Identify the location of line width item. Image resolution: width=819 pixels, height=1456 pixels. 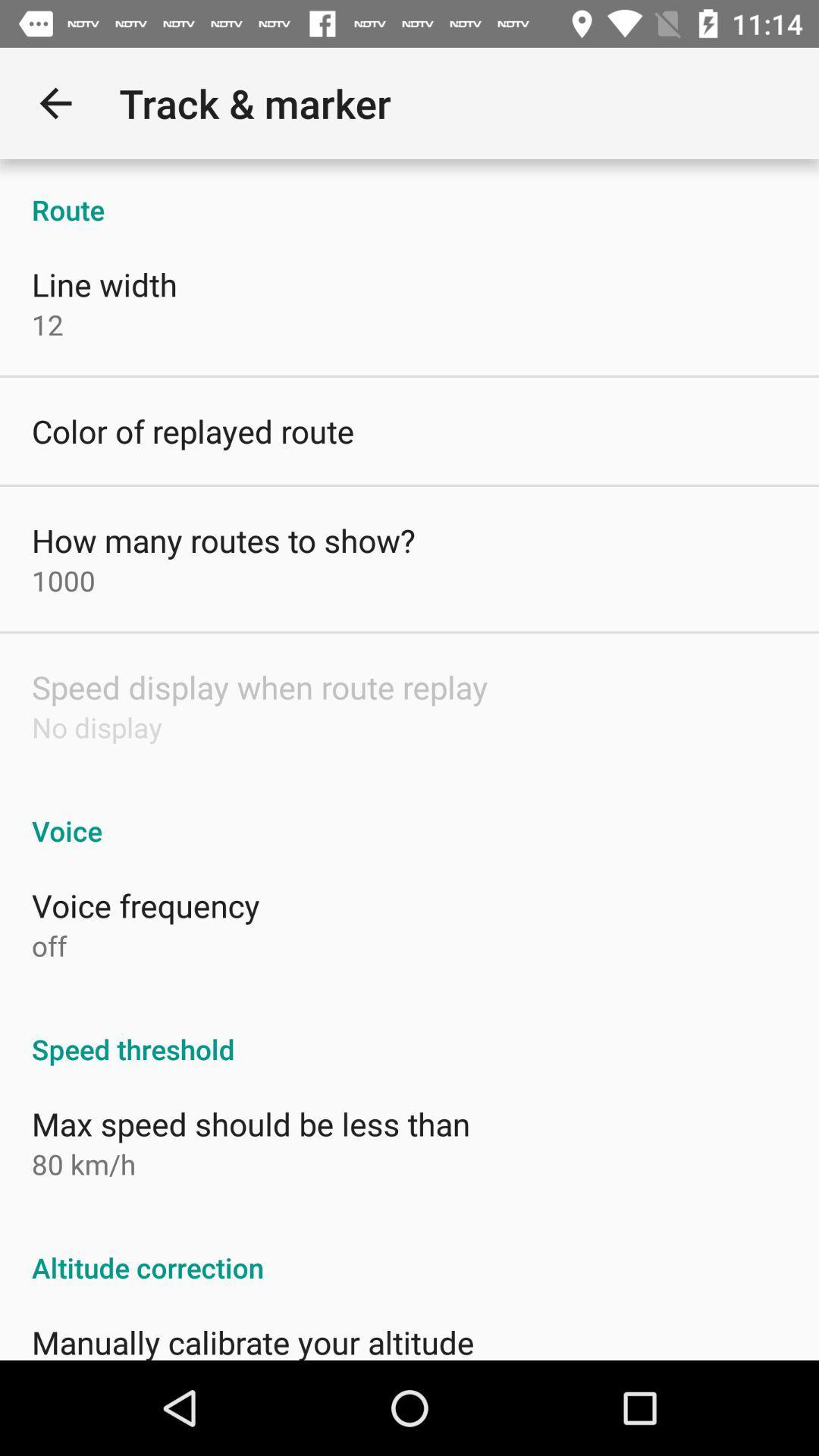
(104, 284).